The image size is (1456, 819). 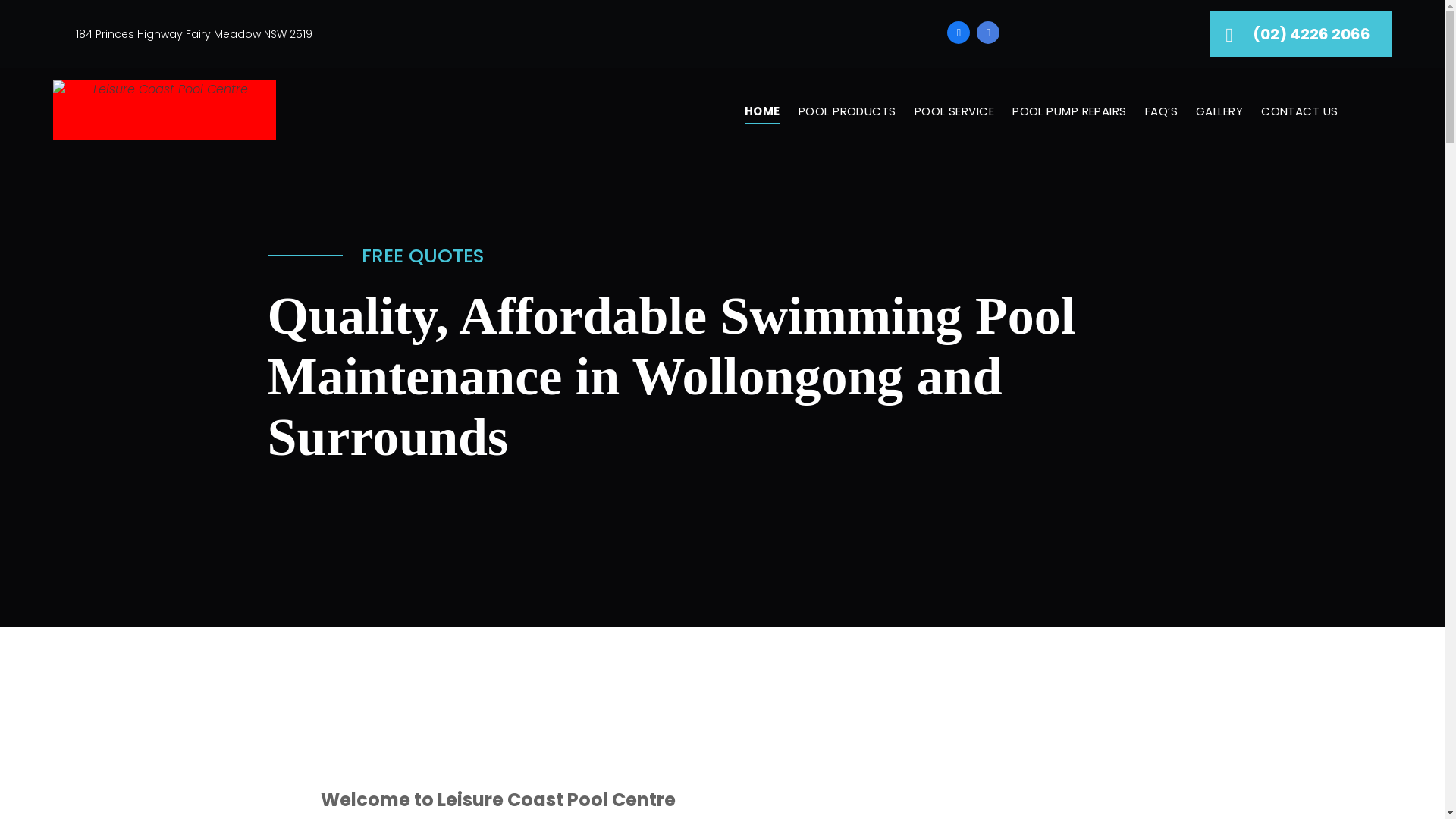 What do you see at coordinates (1219, 111) in the screenshot?
I see `'GALLERY'` at bounding box center [1219, 111].